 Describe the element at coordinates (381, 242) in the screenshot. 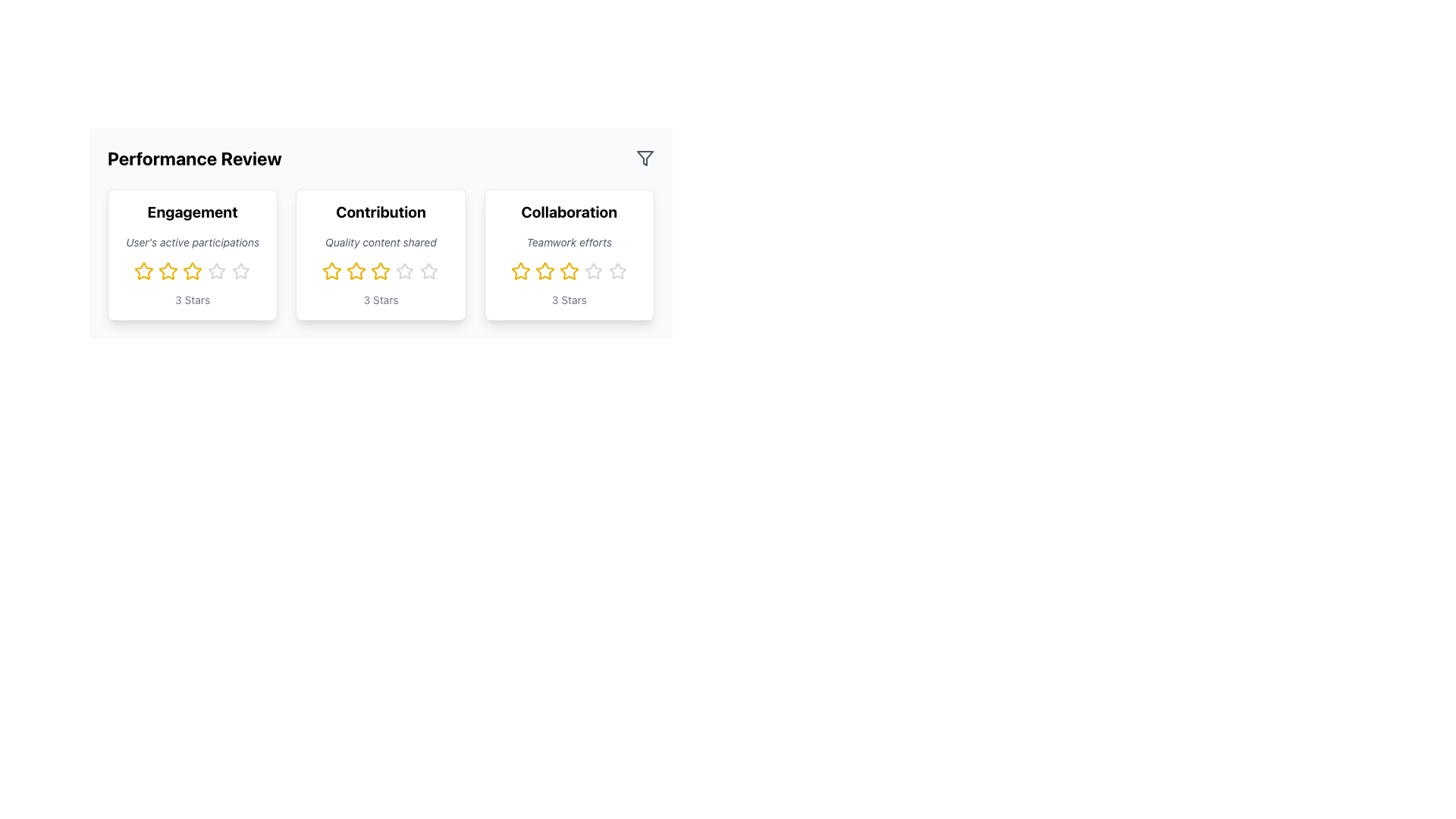

I see `the second line of text in the 'Contribution' card that provides supplementary information related to the card's title and rating system` at that location.